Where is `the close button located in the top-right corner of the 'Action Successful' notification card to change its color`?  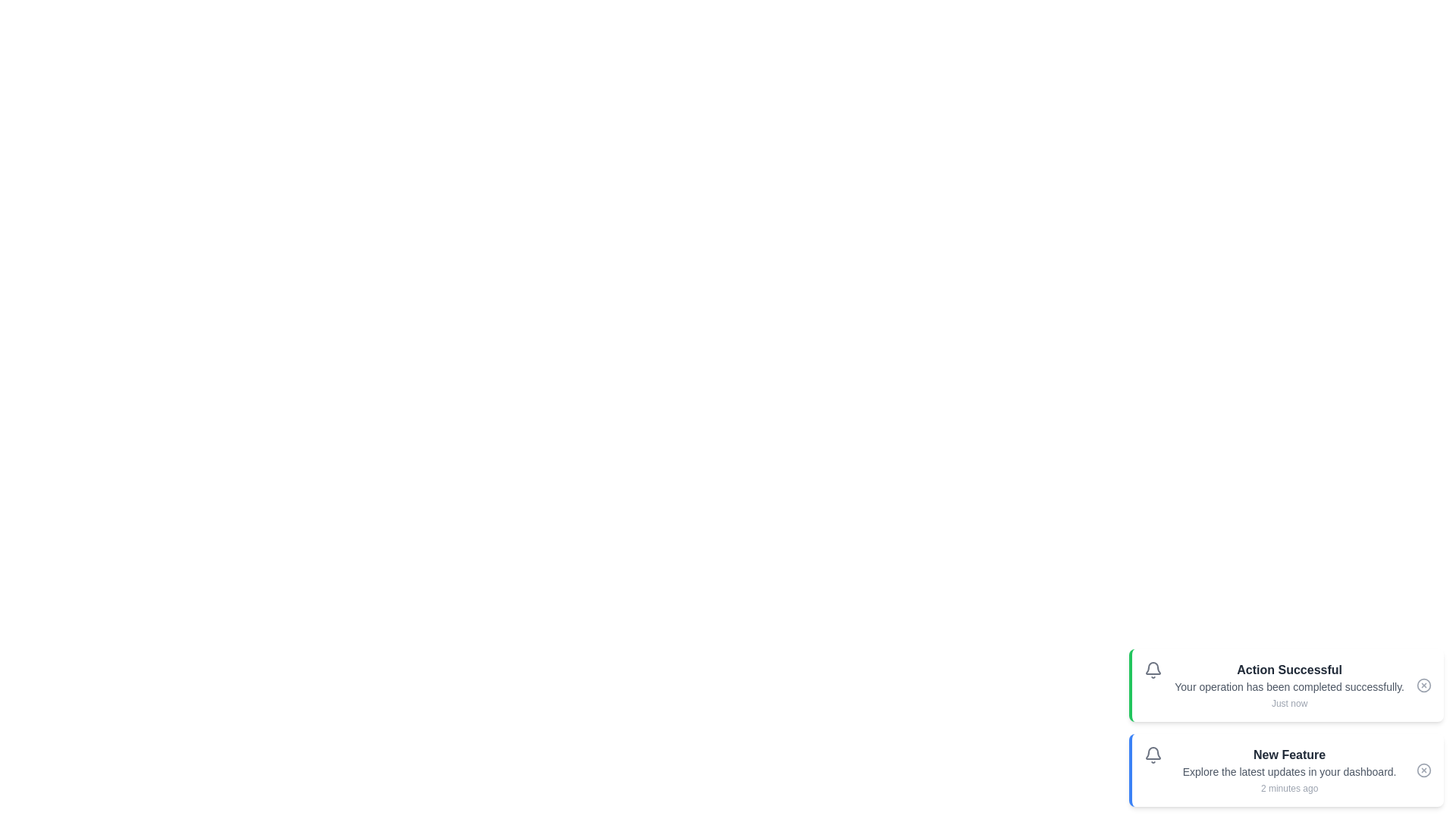 the close button located in the top-right corner of the 'Action Successful' notification card to change its color is located at coordinates (1423, 685).